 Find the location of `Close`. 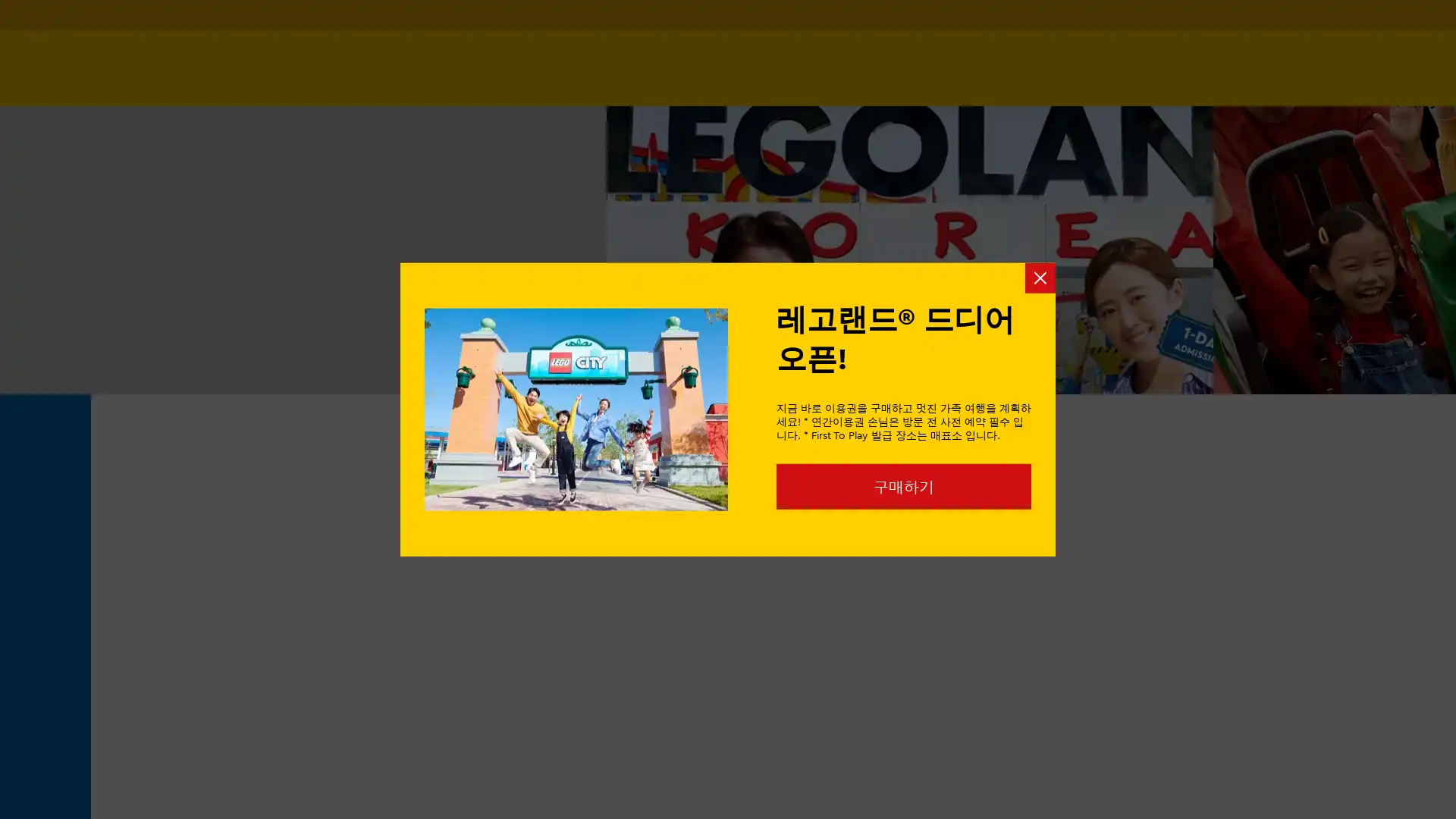

Close is located at coordinates (1040, 278).